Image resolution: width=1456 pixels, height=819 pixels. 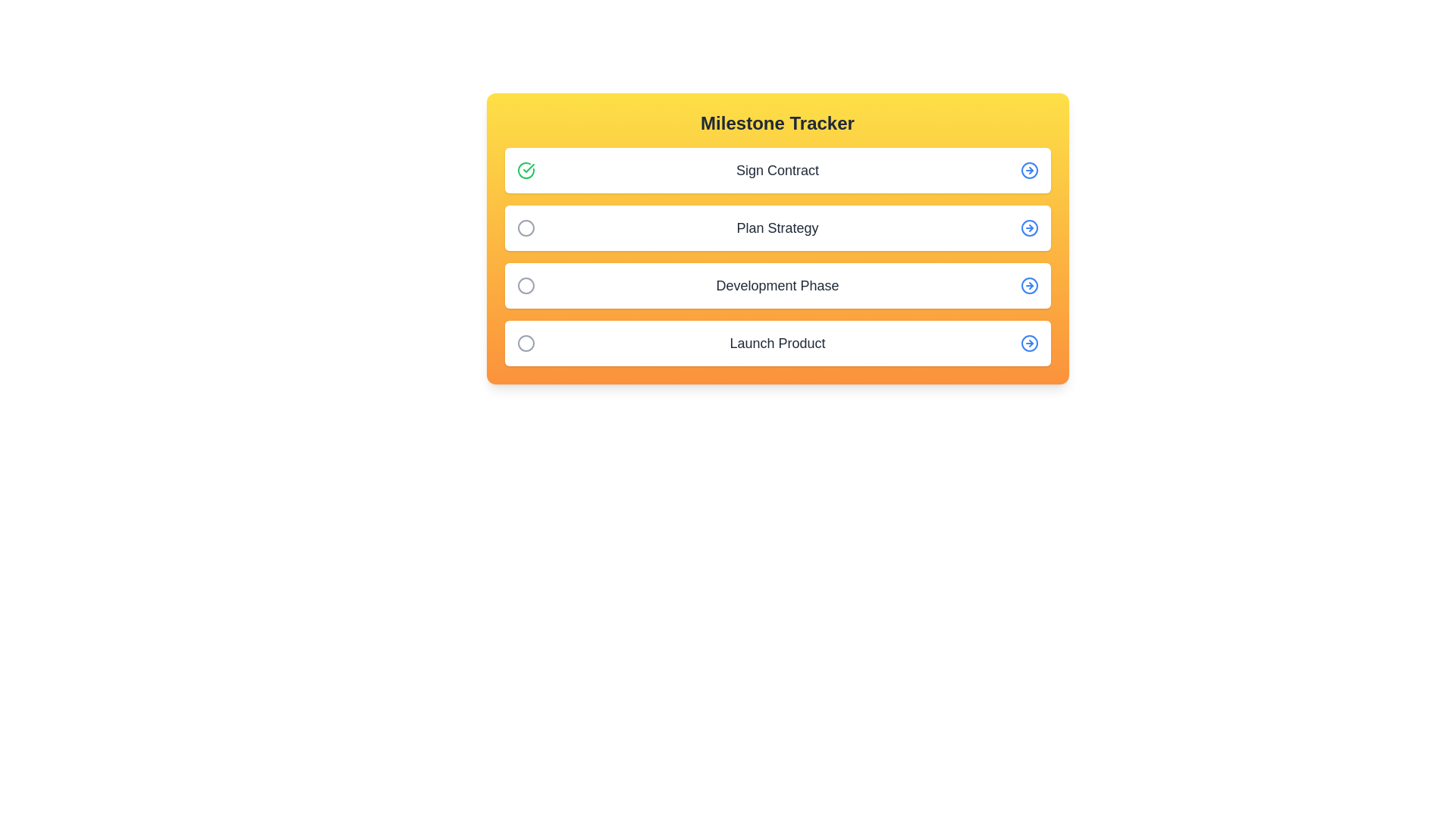 What do you see at coordinates (777, 122) in the screenshot?
I see `the centrally aligned title or header element with a gradient orange-yellow background at the top of the milestone tracker card` at bounding box center [777, 122].